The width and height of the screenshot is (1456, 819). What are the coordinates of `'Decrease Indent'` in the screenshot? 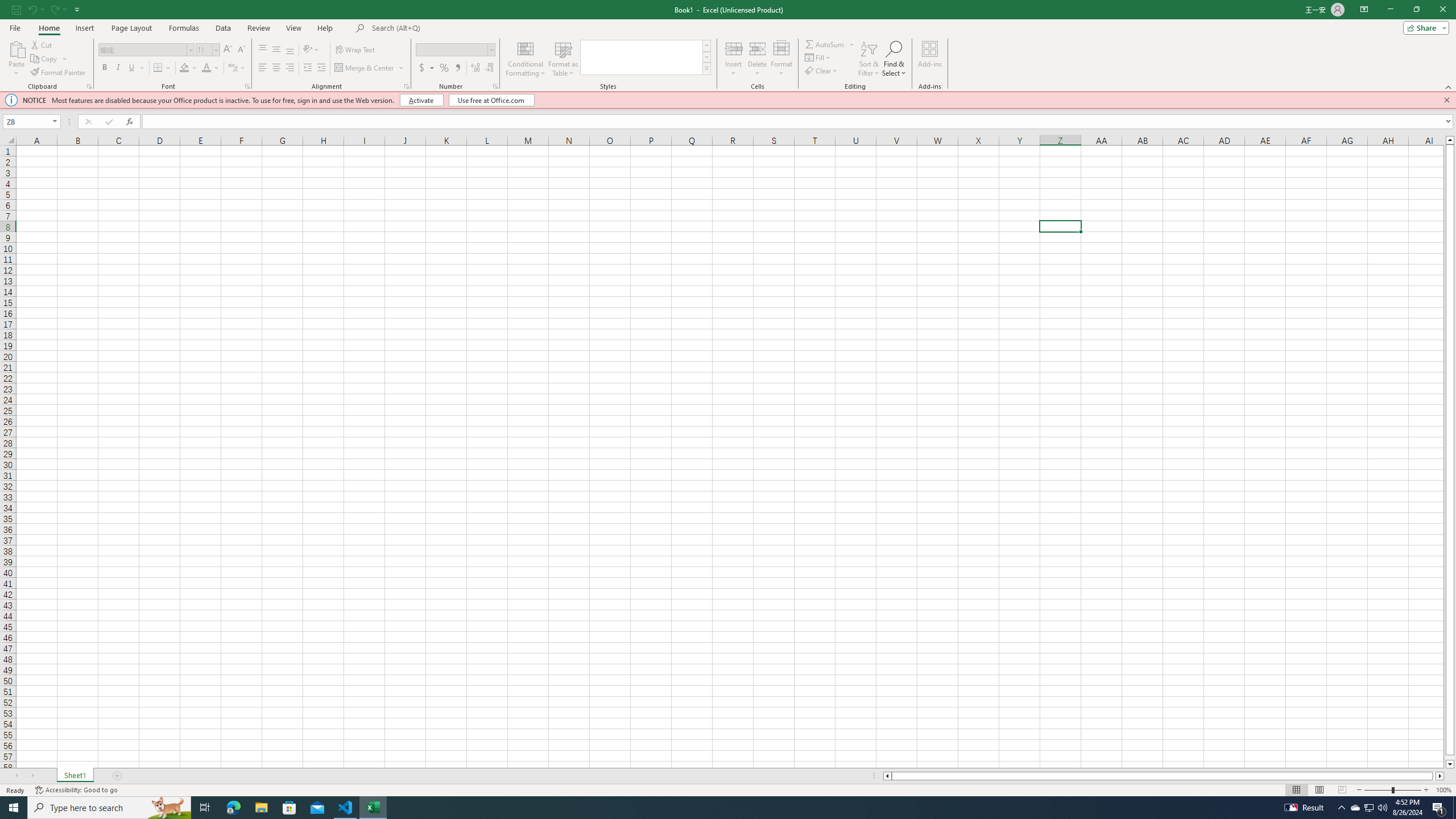 It's located at (308, 67).